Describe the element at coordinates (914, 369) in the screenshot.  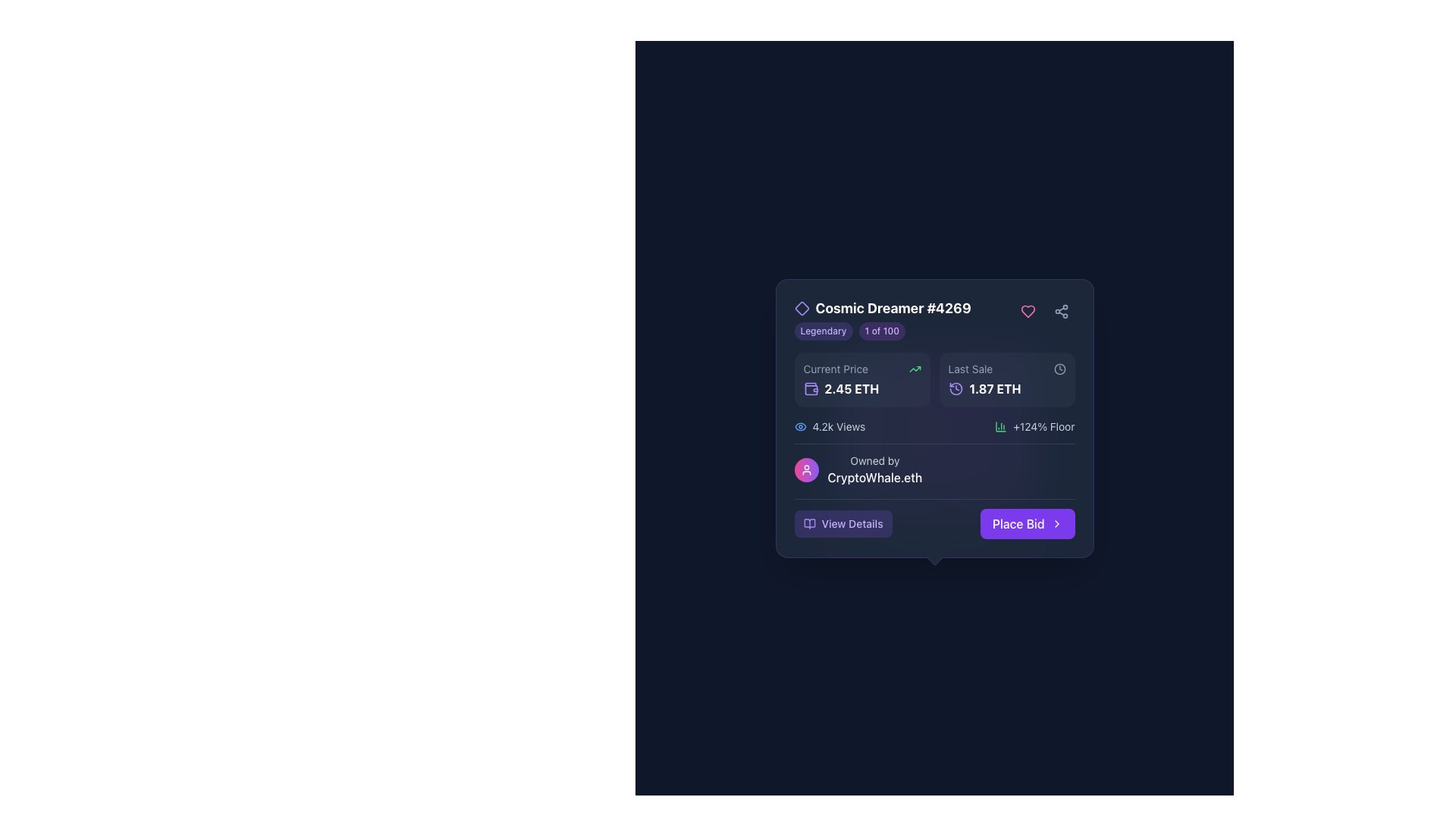
I see `the upward trend icon located in the top-right corner of the 'Current Price' section, which indicates an increase in value` at that location.